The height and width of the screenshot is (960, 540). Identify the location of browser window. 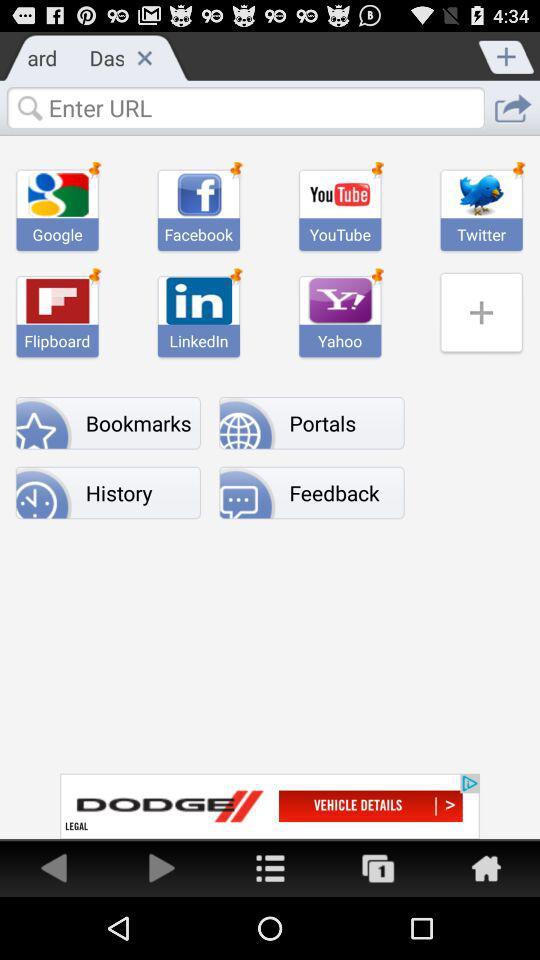
(143, 56).